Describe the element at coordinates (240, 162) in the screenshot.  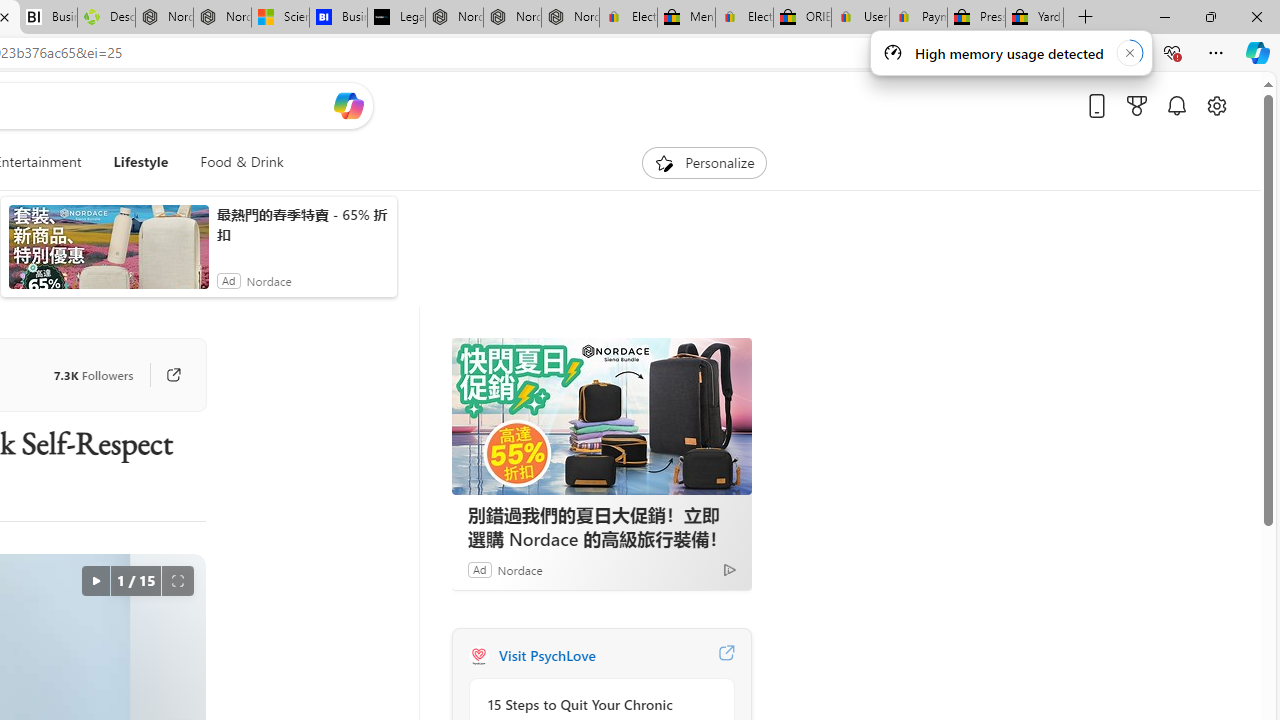
I see `'Food & Drink'` at that location.